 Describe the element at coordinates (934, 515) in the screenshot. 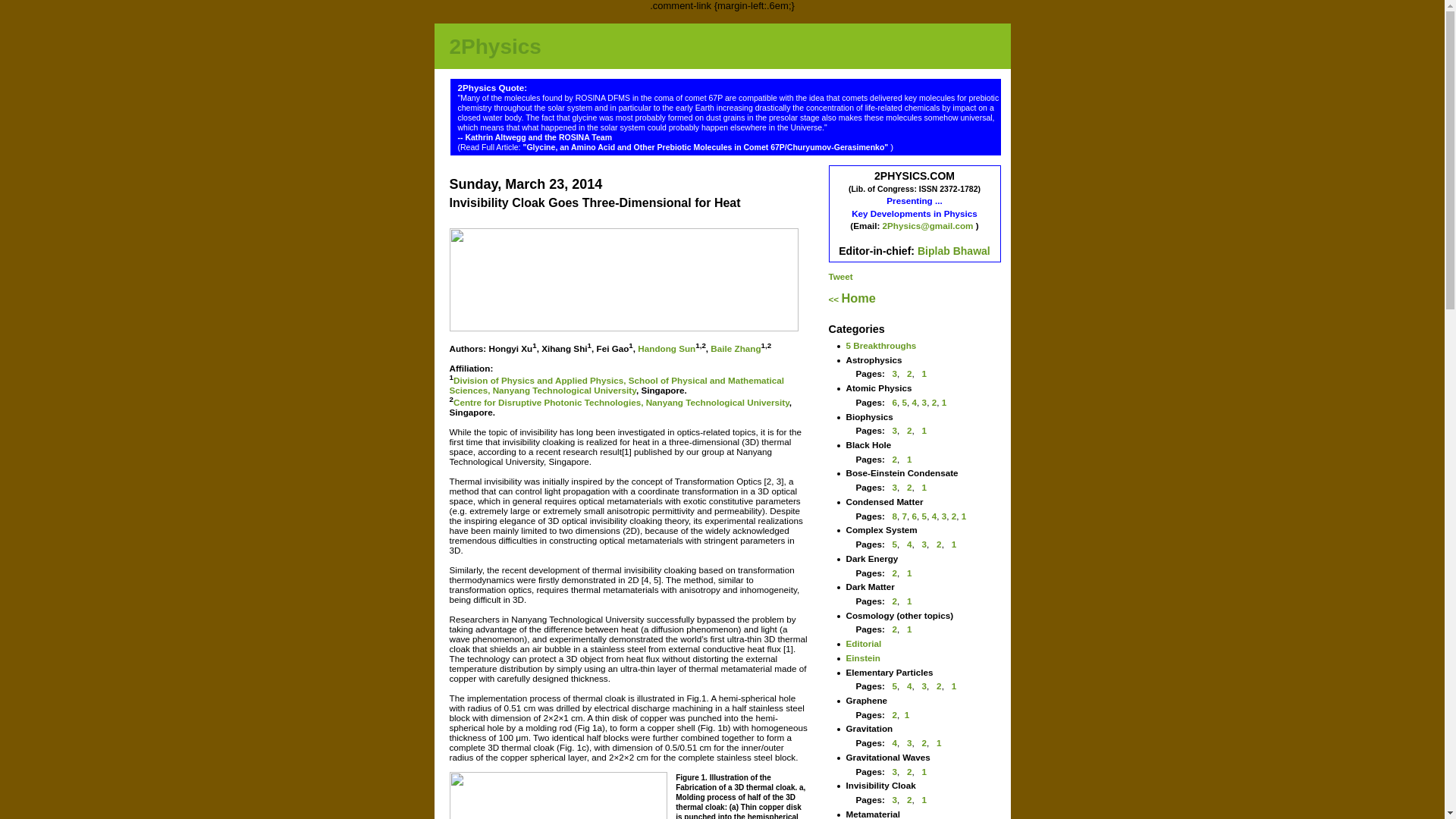

I see `'4'` at that location.